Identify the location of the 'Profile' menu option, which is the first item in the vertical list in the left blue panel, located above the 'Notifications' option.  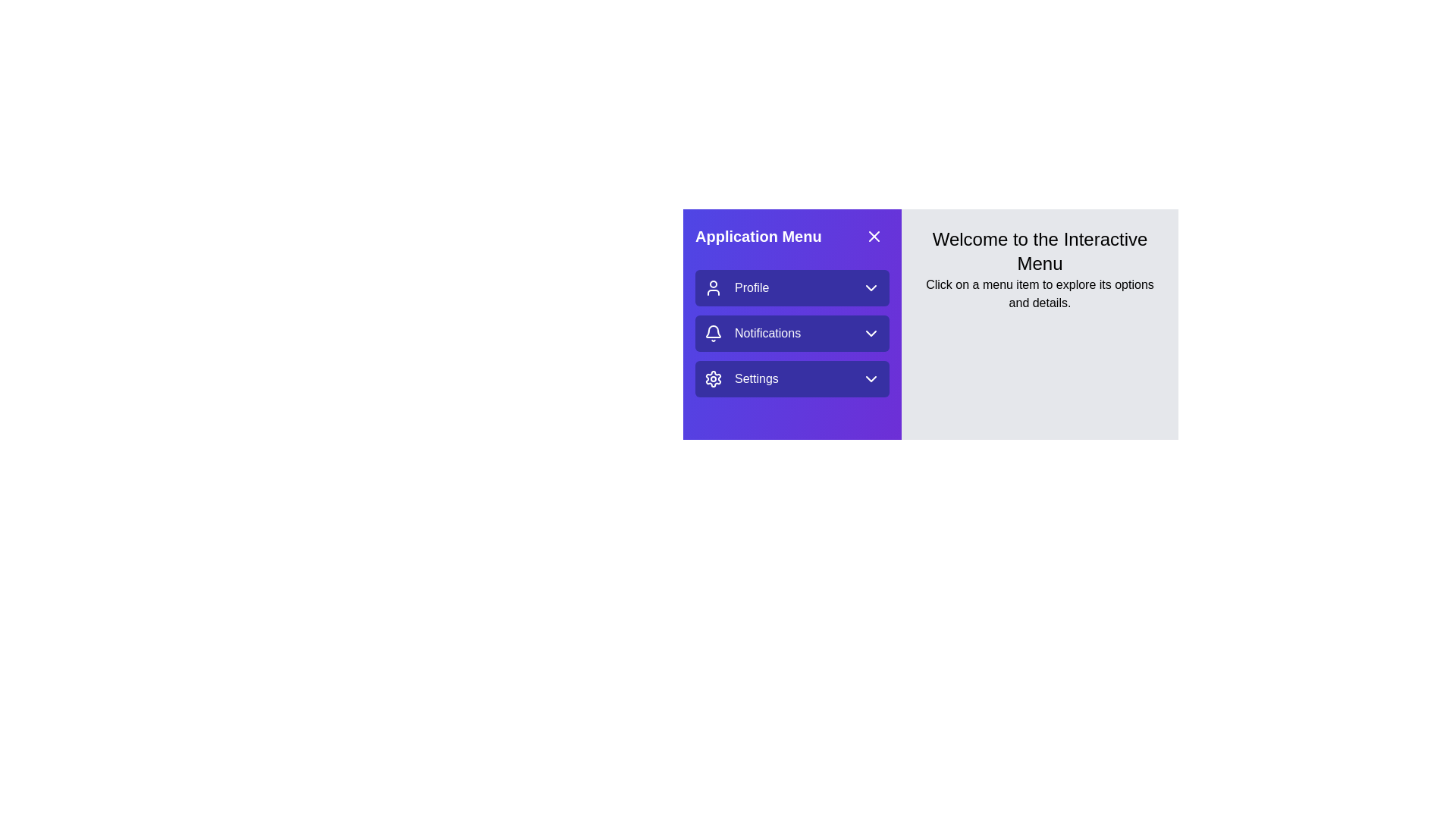
(792, 288).